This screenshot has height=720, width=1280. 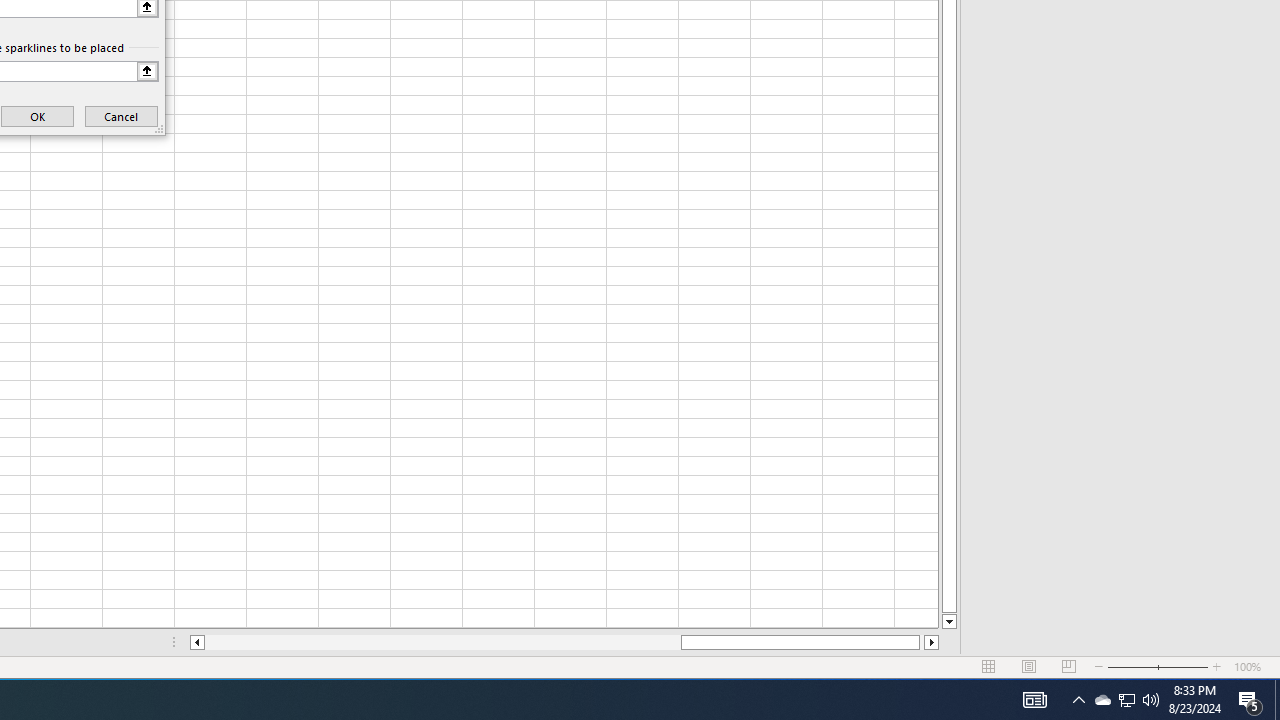 I want to click on 'Page right', so click(x=921, y=642).